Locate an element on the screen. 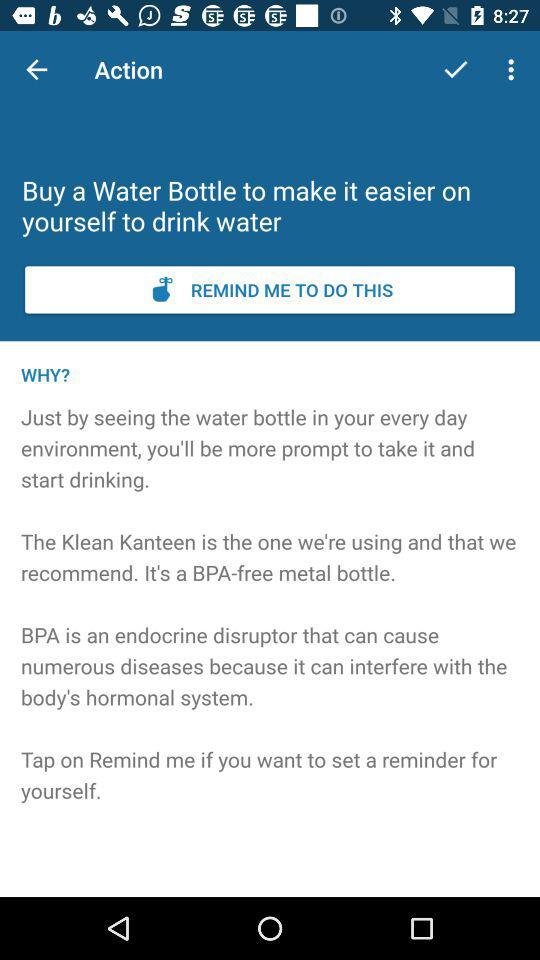 This screenshot has width=540, height=960. item next to action item is located at coordinates (36, 69).